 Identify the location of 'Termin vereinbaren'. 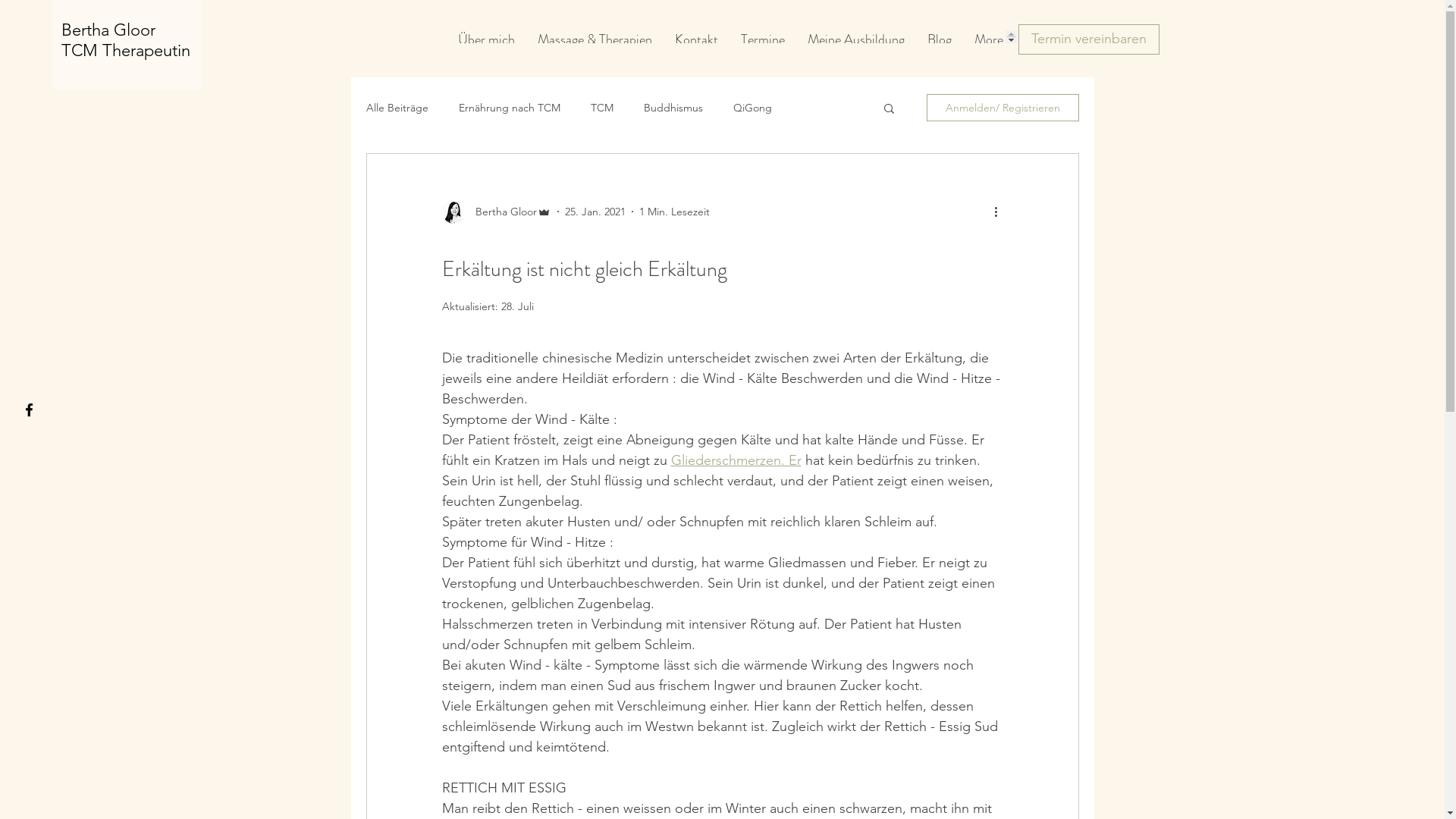
(1087, 38).